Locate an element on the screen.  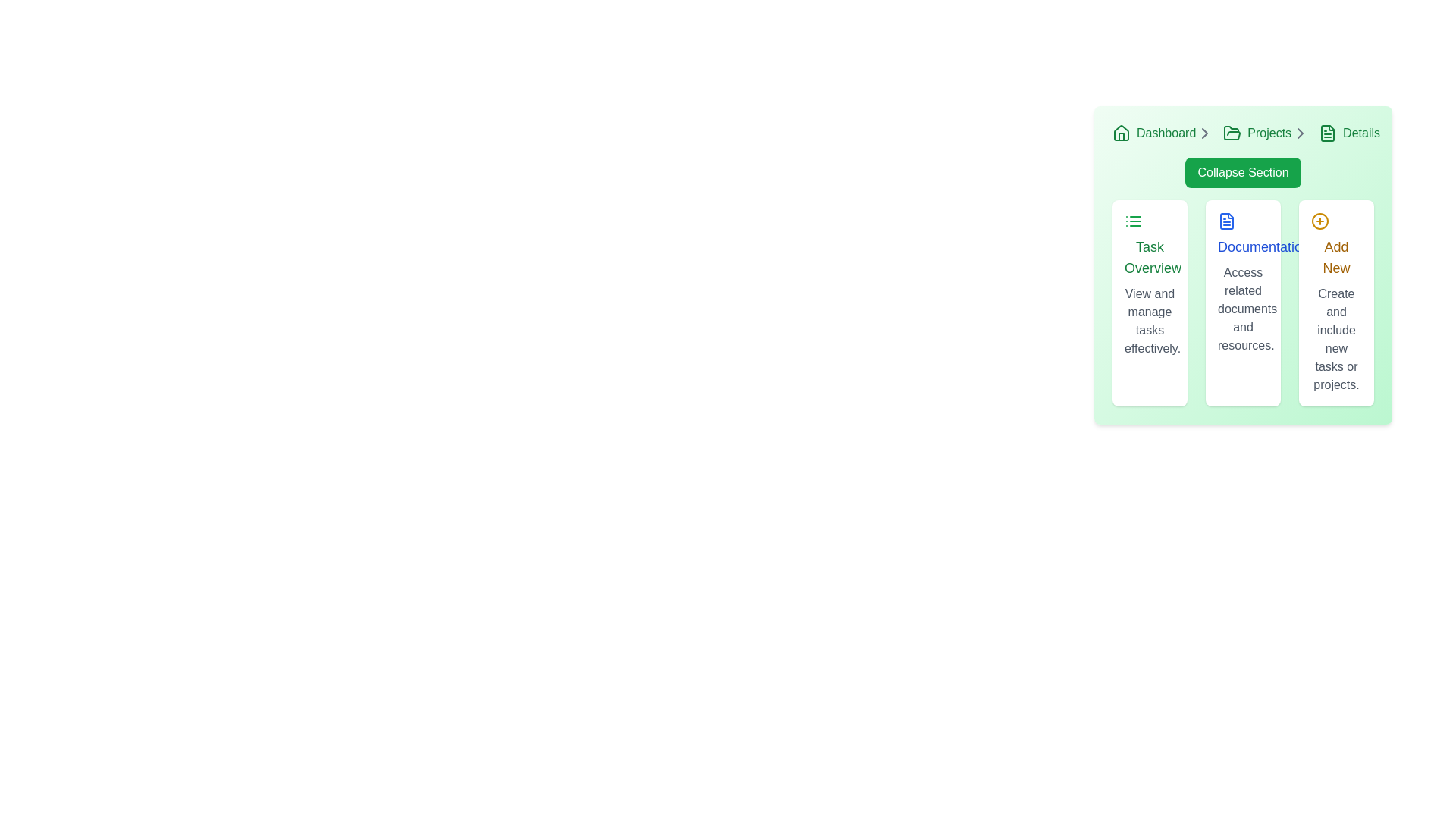
the text-based navigation link located in the top-left portion of the interface, next to the home icon is located at coordinates (1166, 133).